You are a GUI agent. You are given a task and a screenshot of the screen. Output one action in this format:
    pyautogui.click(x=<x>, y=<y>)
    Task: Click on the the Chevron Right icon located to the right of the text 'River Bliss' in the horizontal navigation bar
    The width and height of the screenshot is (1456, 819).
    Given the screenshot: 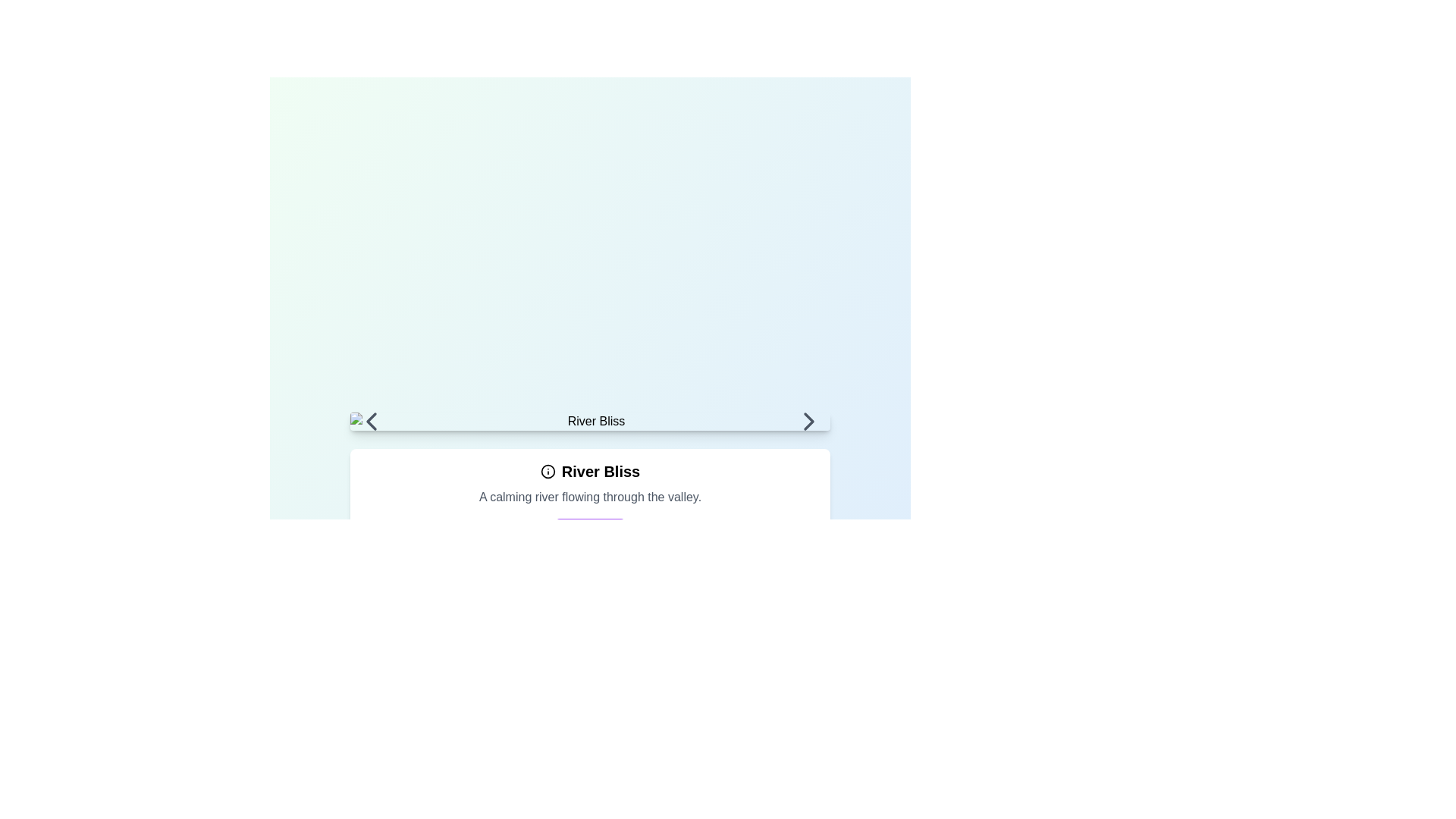 What is the action you would take?
    pyautogui.click(x=808, y=421)
    